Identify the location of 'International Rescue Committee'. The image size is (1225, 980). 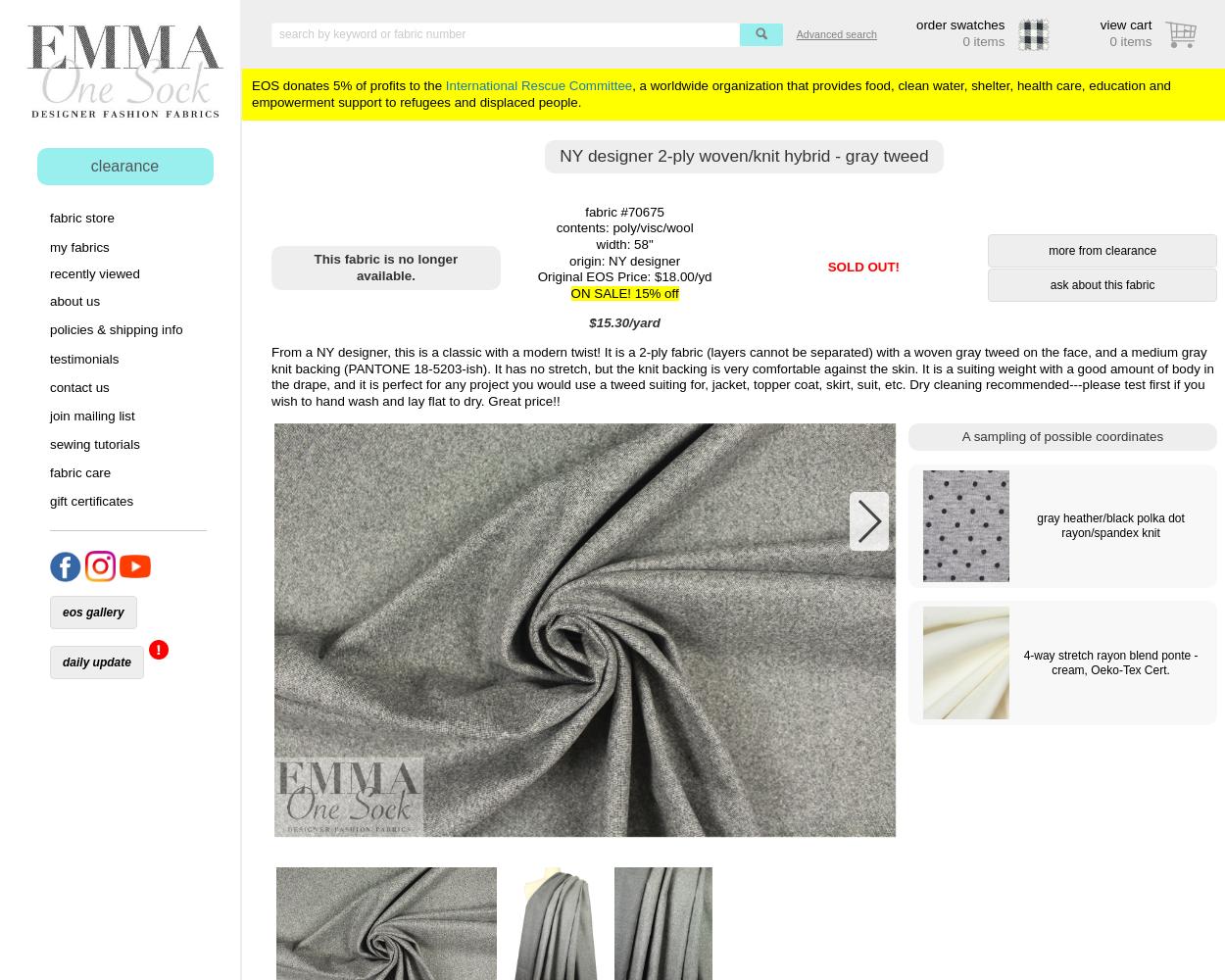
(444, 84).